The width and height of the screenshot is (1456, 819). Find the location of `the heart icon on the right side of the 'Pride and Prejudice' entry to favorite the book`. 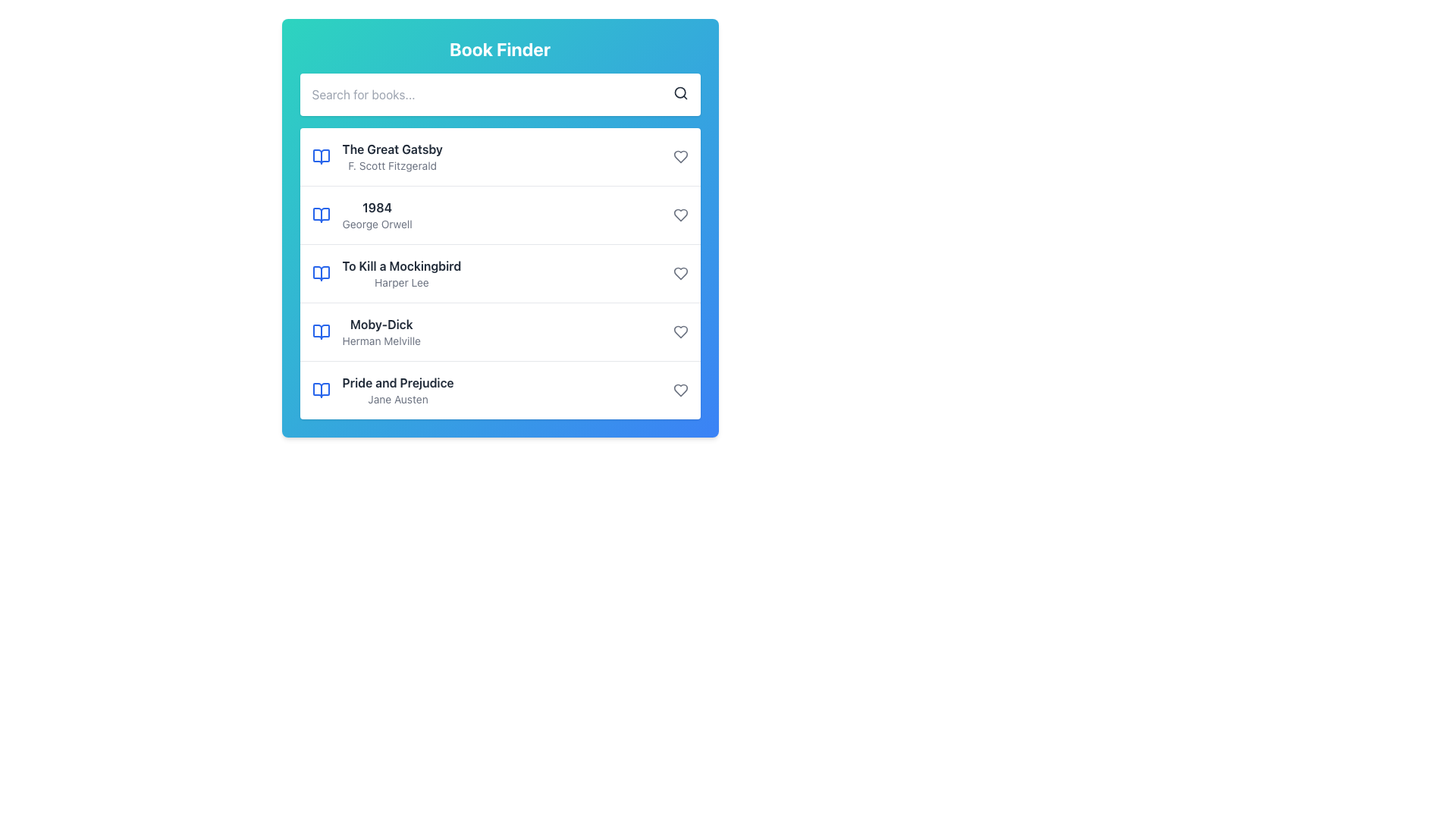

the heart icon on the right side of the 'Pride and Prejudice' entry to favorite the book is located at coordinates (679, 390).